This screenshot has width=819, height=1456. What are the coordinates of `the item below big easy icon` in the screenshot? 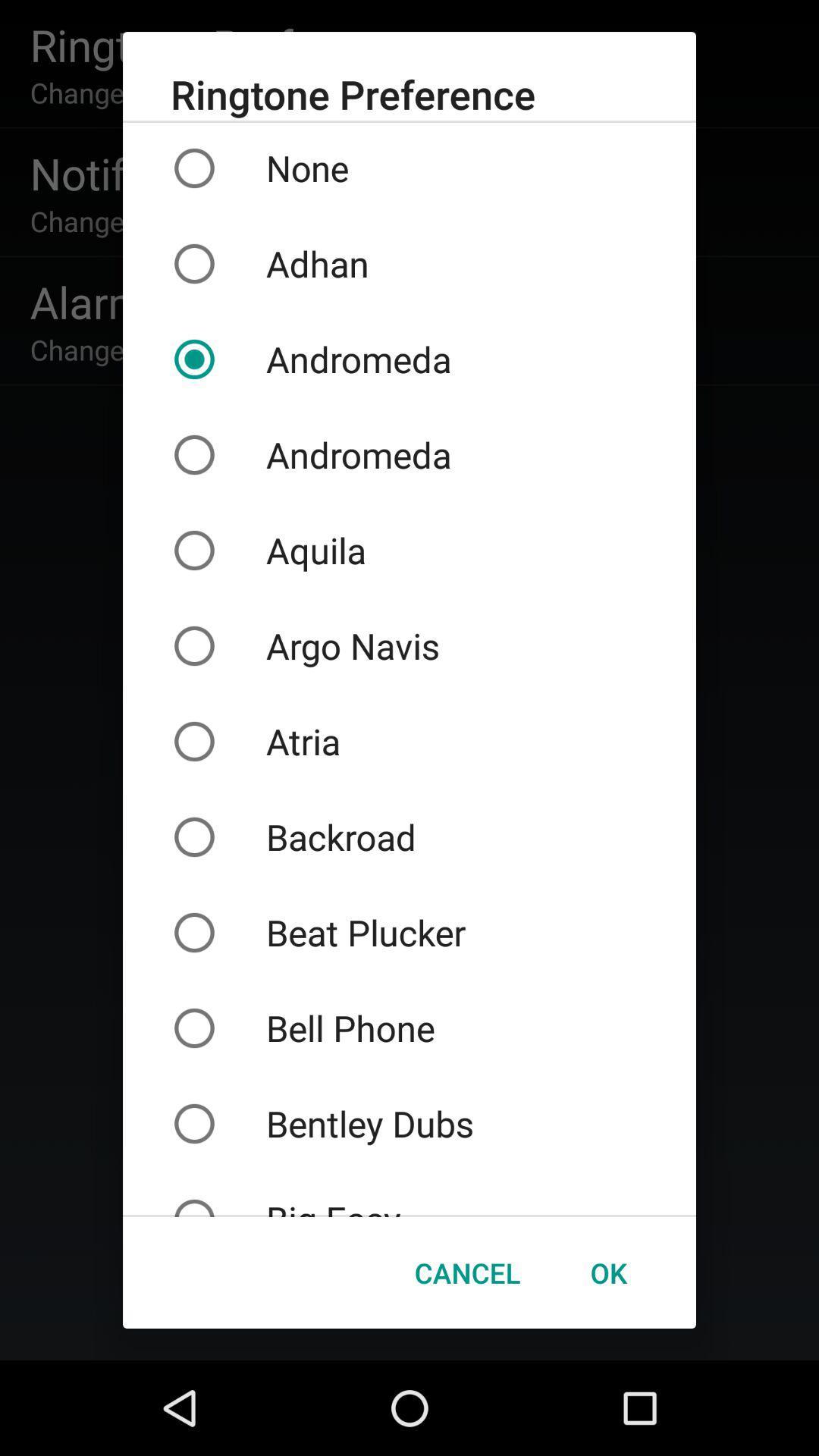 It's located at (607, 1272).